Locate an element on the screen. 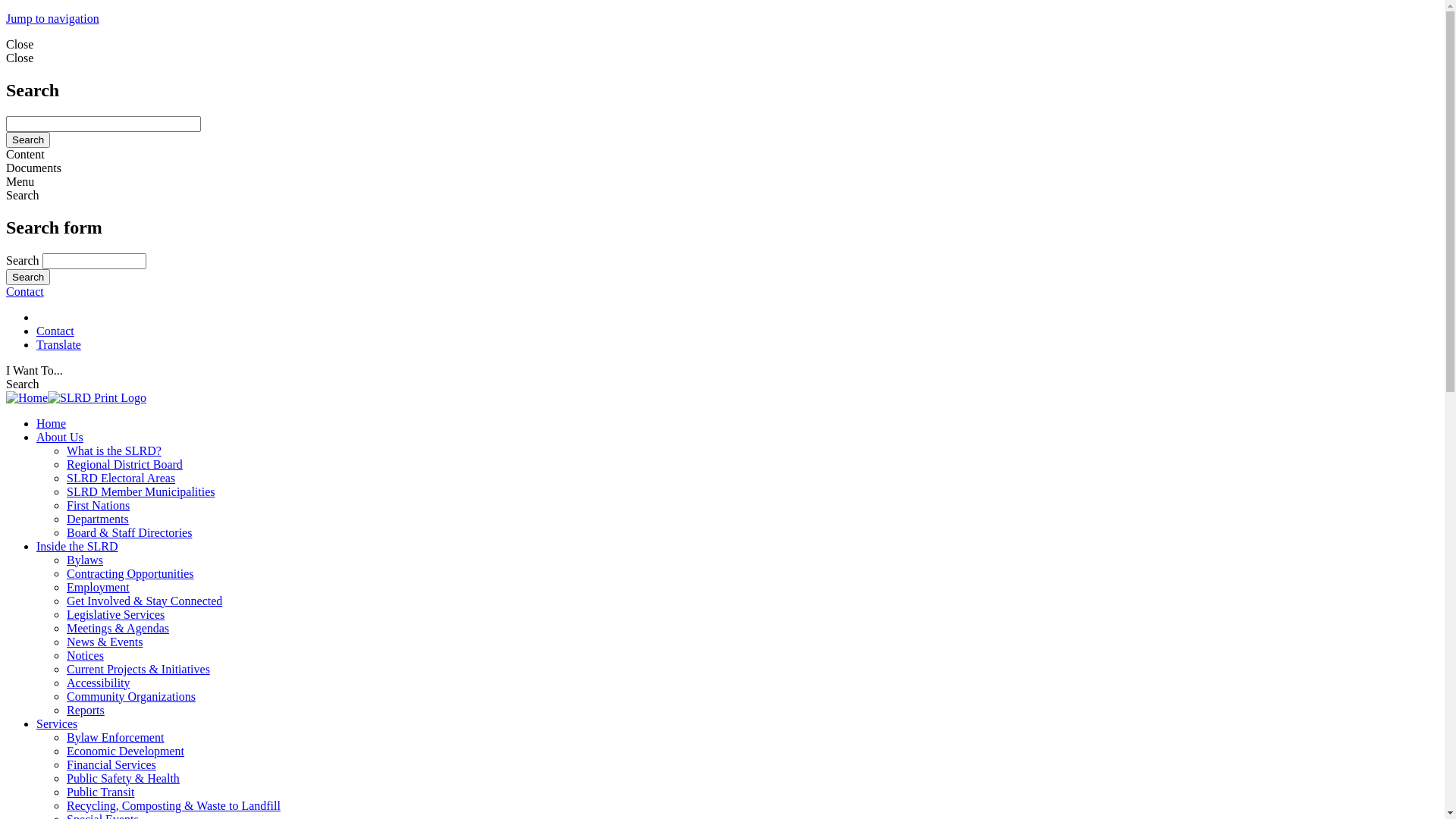 The image size is (1456, 819). 'Bylaw Enforcement' is located at coordinates (115, 736).